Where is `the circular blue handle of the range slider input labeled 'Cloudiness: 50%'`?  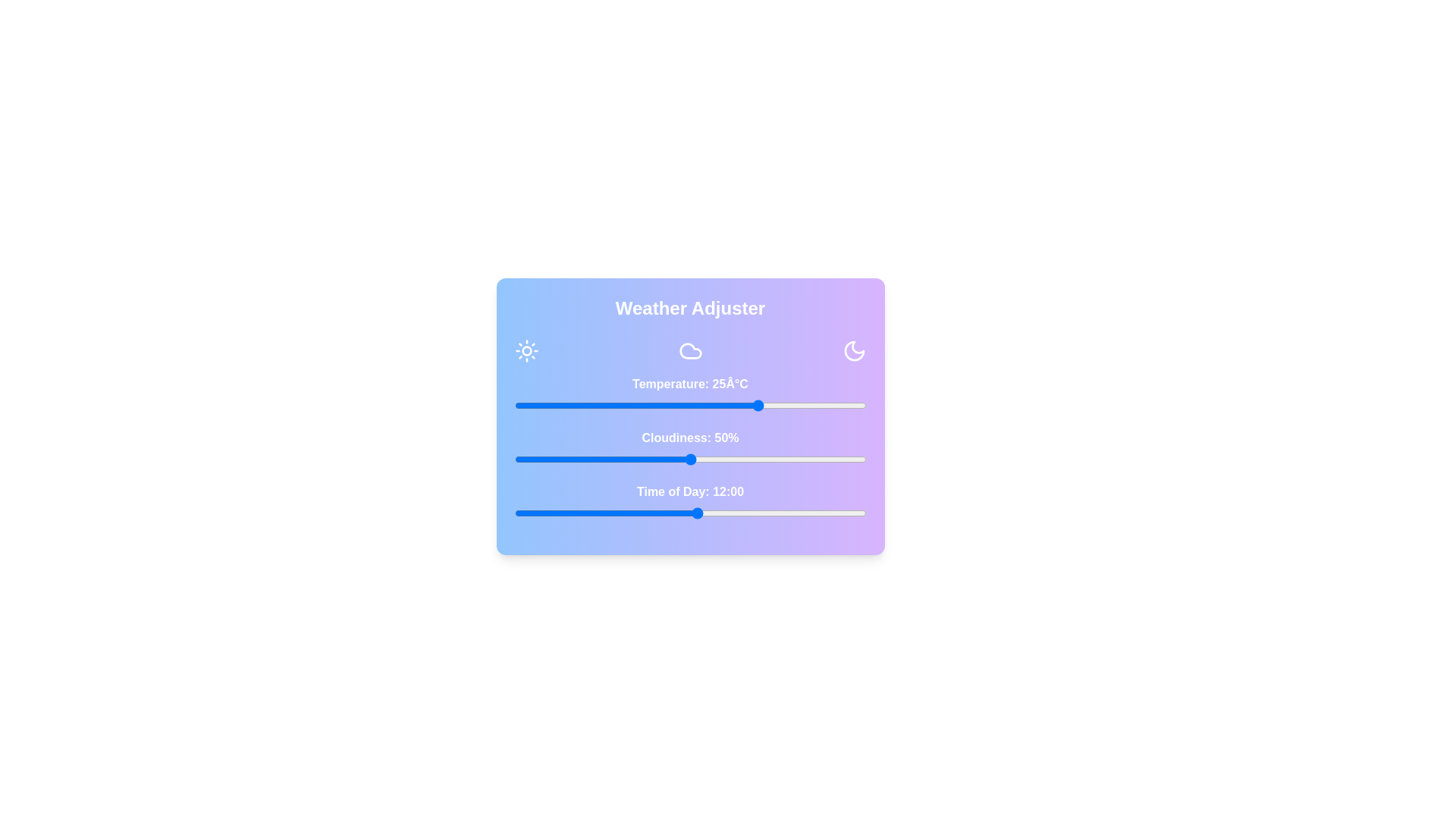 the circular blue handle of the range slider input labeled 'Cloudiness: 50%' is located at coordinates (689, 458).